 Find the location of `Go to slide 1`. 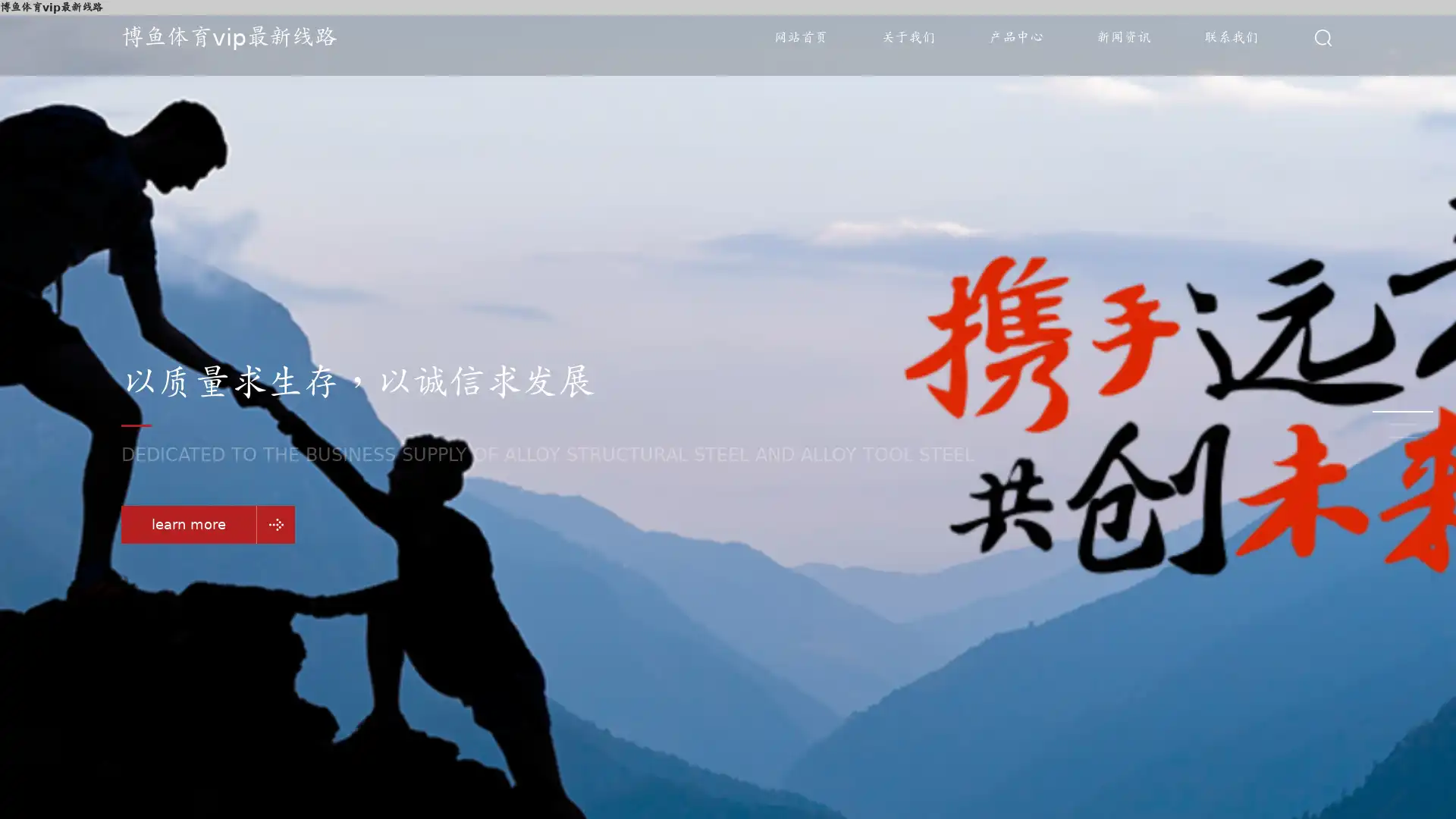

Go to slide 1 is located at coordinates (1401, 412).